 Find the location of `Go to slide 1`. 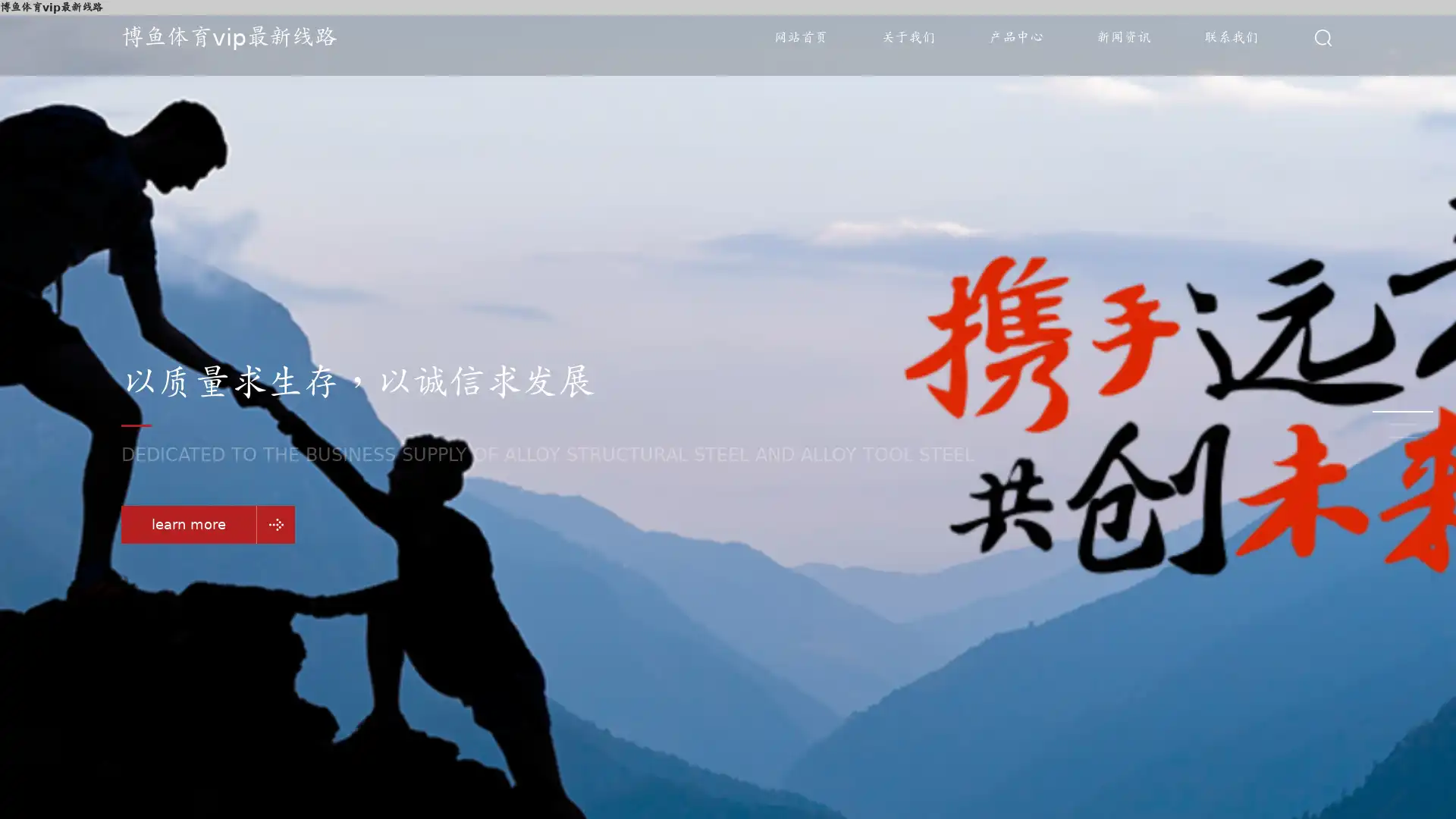

Go to slide 1 is located at coordinates (1401, 412).